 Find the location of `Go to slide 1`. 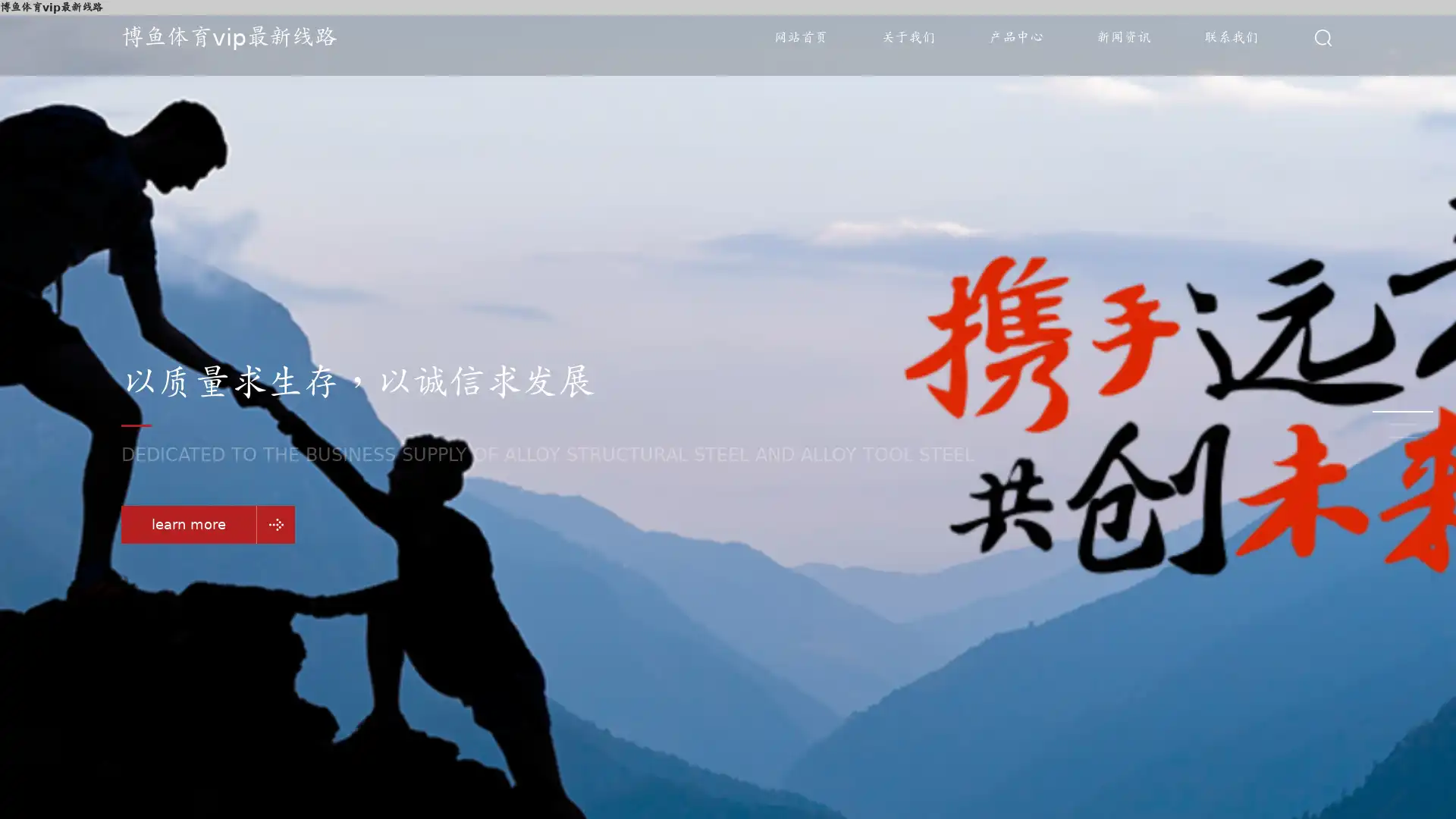

Go to slide 1 is located at coordinates (1401, 412).